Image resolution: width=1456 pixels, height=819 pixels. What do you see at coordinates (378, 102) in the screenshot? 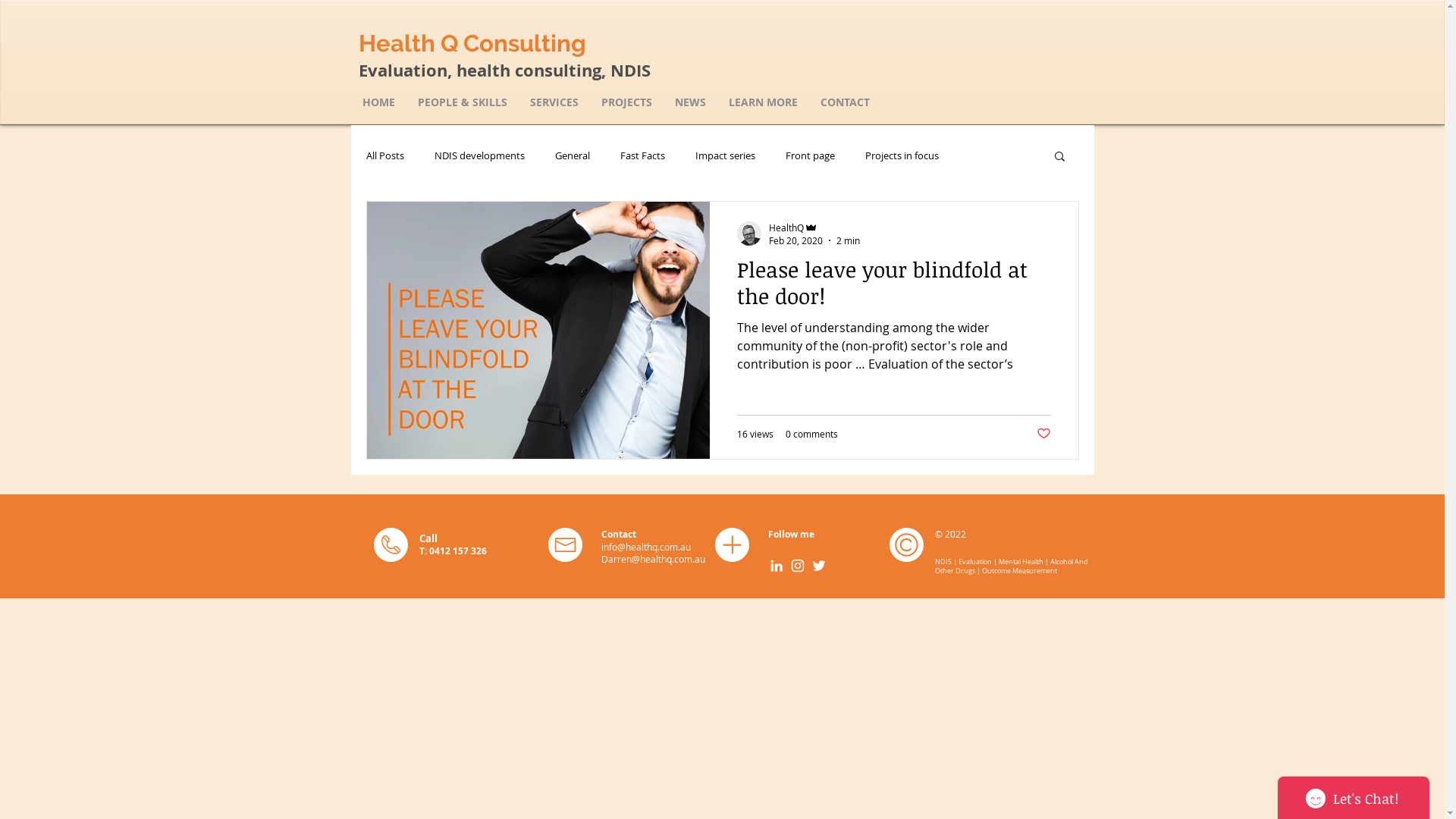
I see `'HOME'` at bounding box center [378, 102].